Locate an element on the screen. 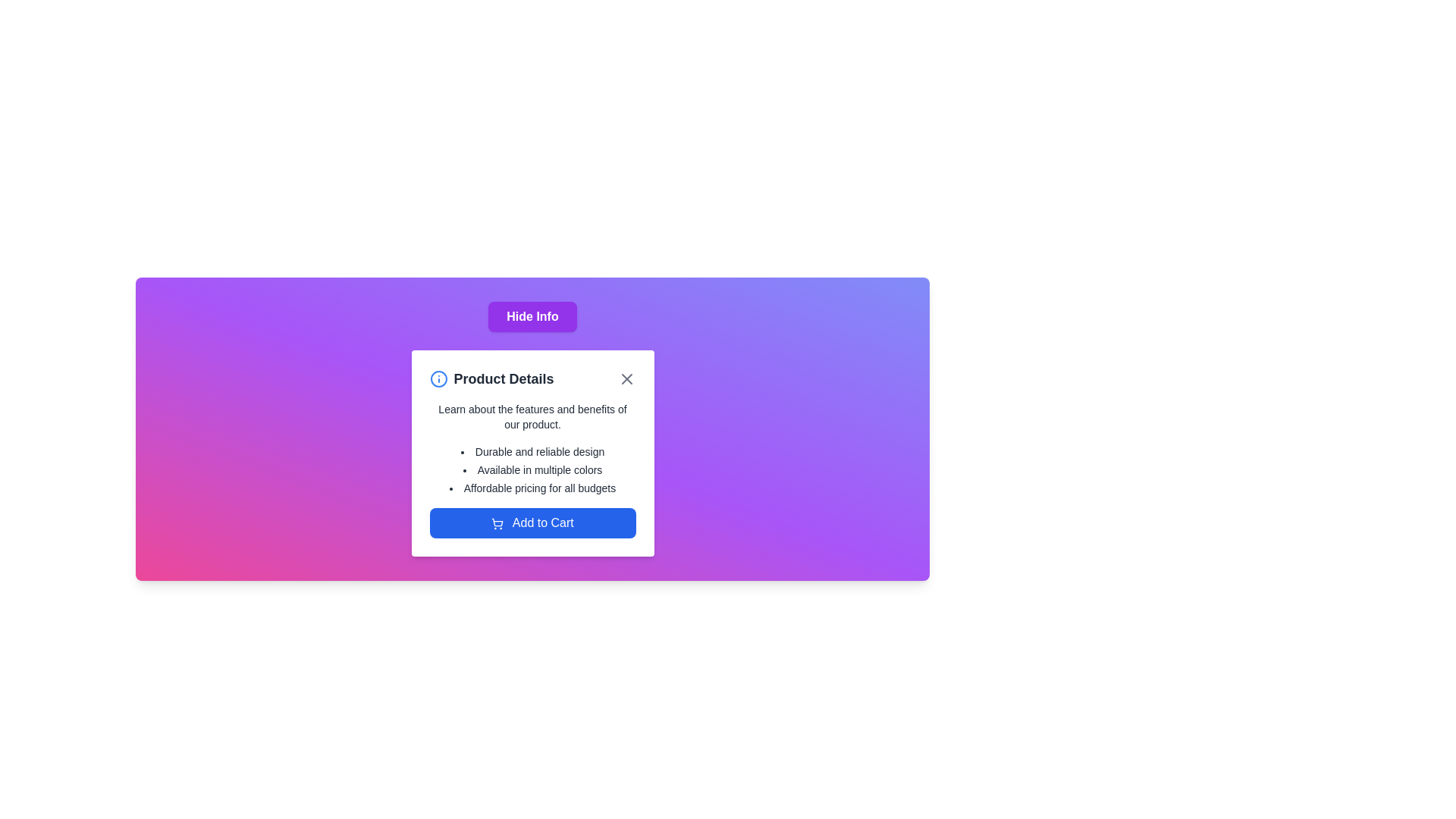  the 'Add to Cart' button located at the bottom of the 'Product Details' card is located at coordinates (532, 522).